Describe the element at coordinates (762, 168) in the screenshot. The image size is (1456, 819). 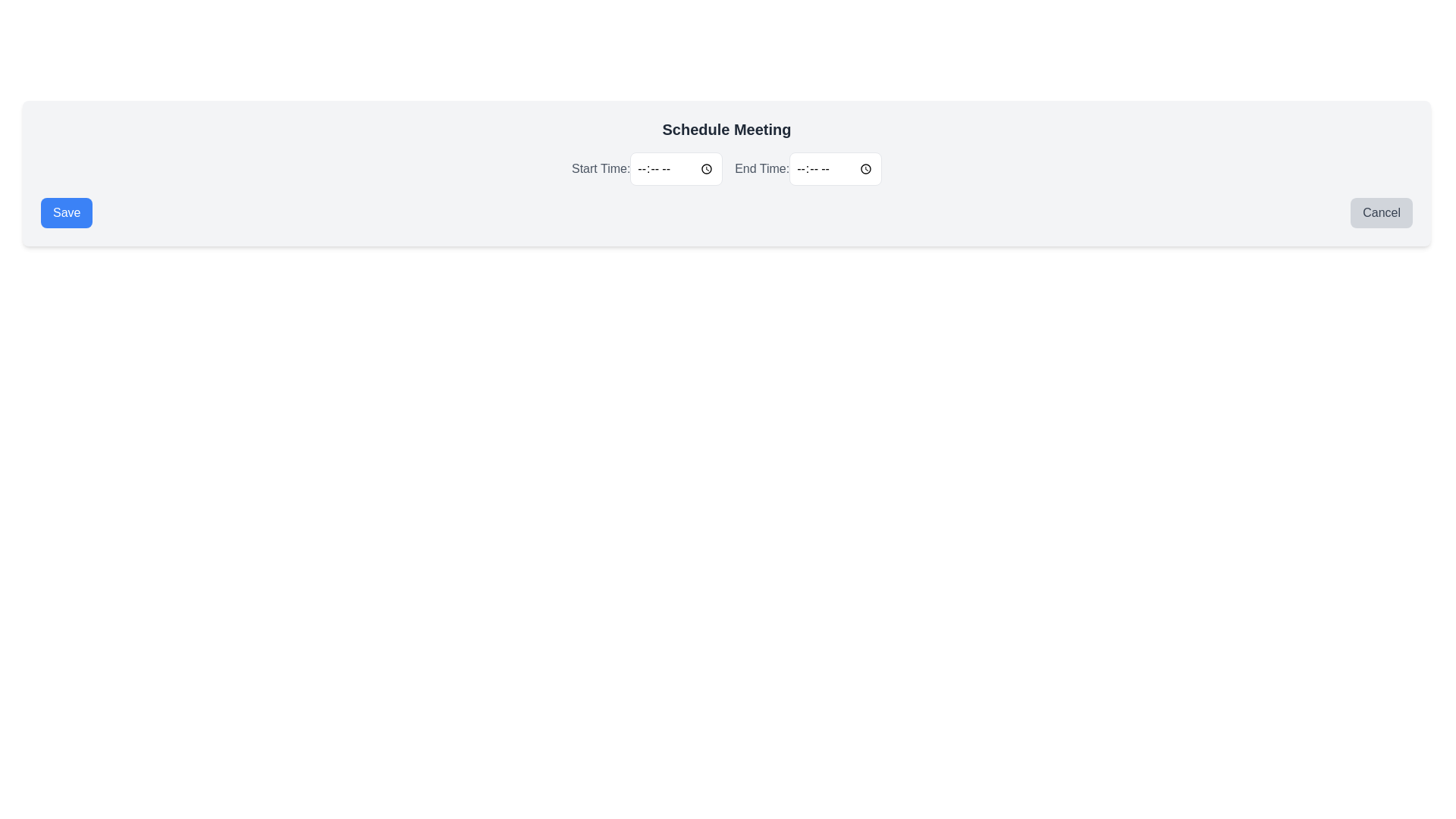
I see `the 'End Time:' text label, which is styled in gray and serves as a label for a time input field, located to the right of the 'Start Time:' label` at that location.